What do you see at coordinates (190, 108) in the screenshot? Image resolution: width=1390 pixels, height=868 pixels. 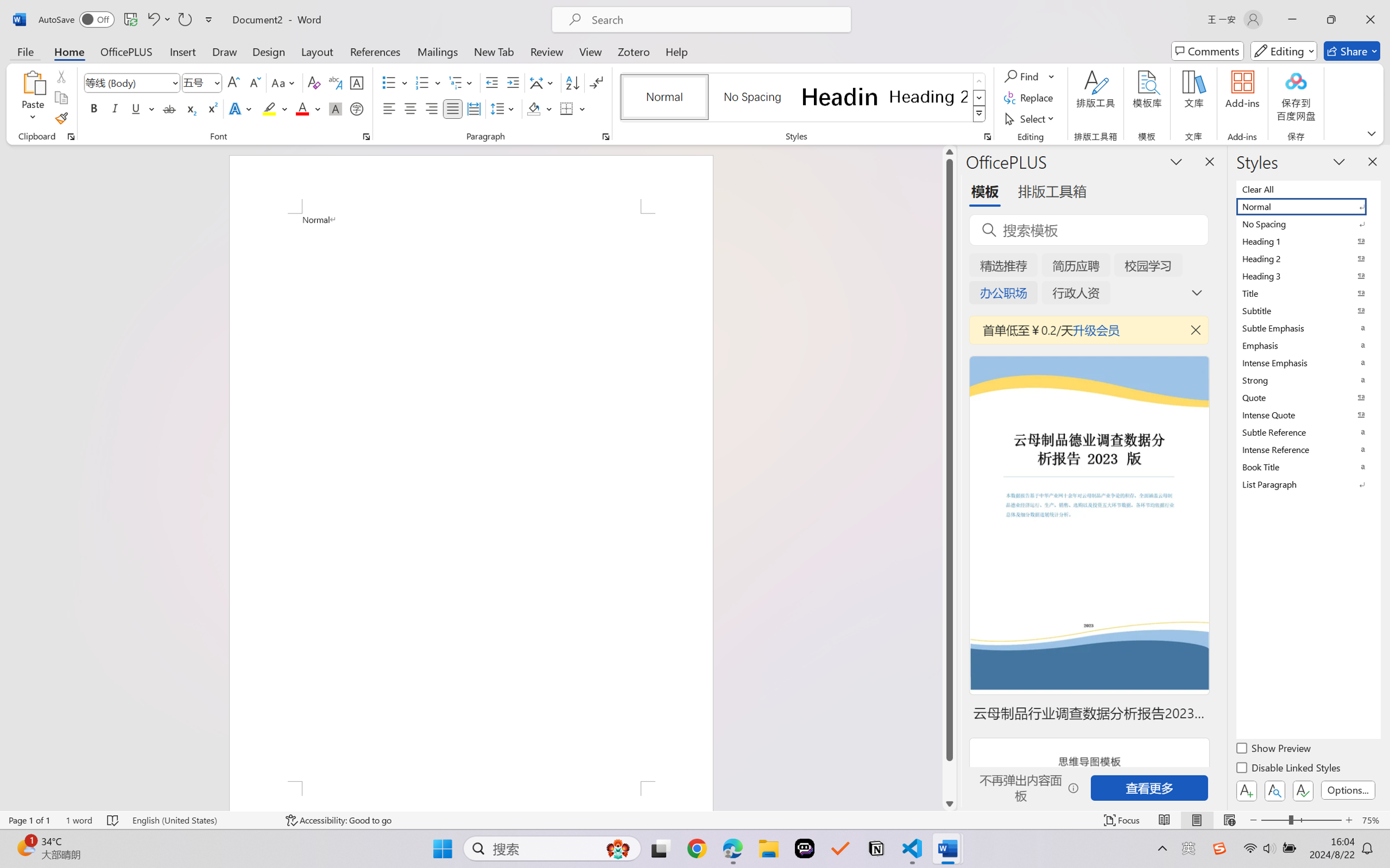 I see `'Subscript'` at bounding box center [190, 108].